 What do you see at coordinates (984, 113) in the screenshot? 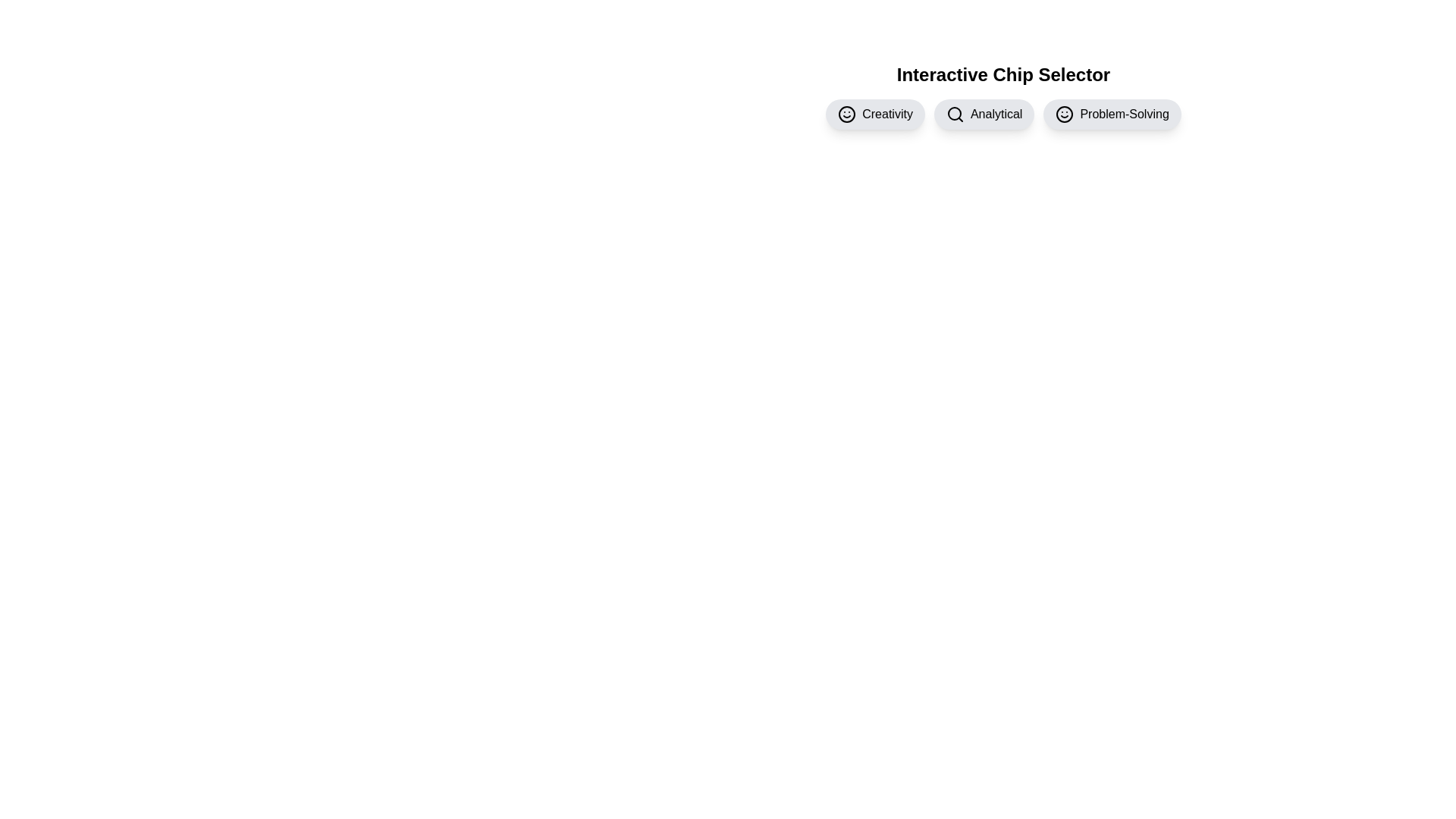
I see `the chip labeled Analytical by clicking on it` at bounding box center [984, 113].